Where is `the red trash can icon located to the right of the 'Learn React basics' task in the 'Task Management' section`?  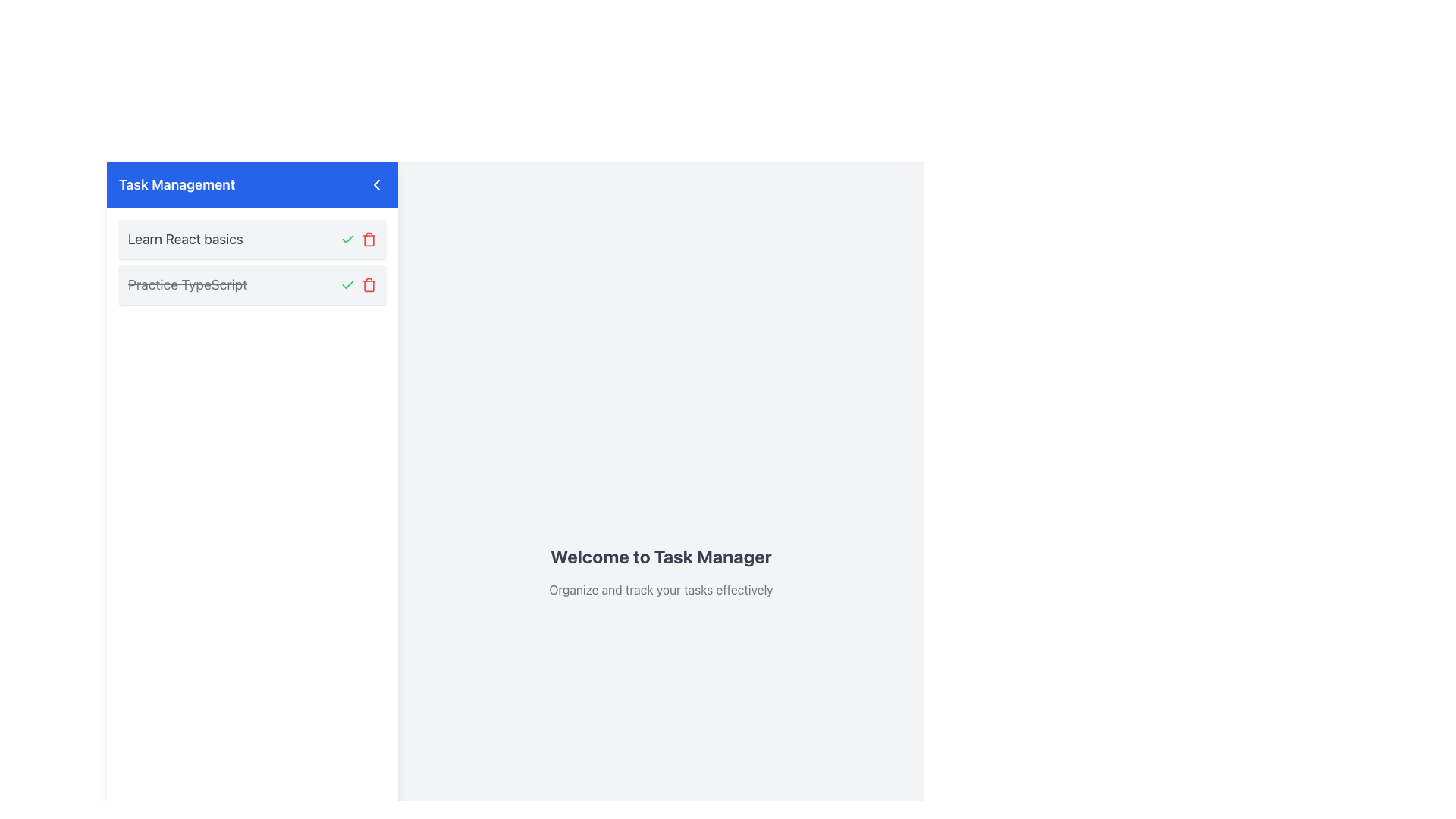
the red trash can icon located to the right of the 'Learn React basics' task in the 'Task Management' section is located at coordinates (369, 284).